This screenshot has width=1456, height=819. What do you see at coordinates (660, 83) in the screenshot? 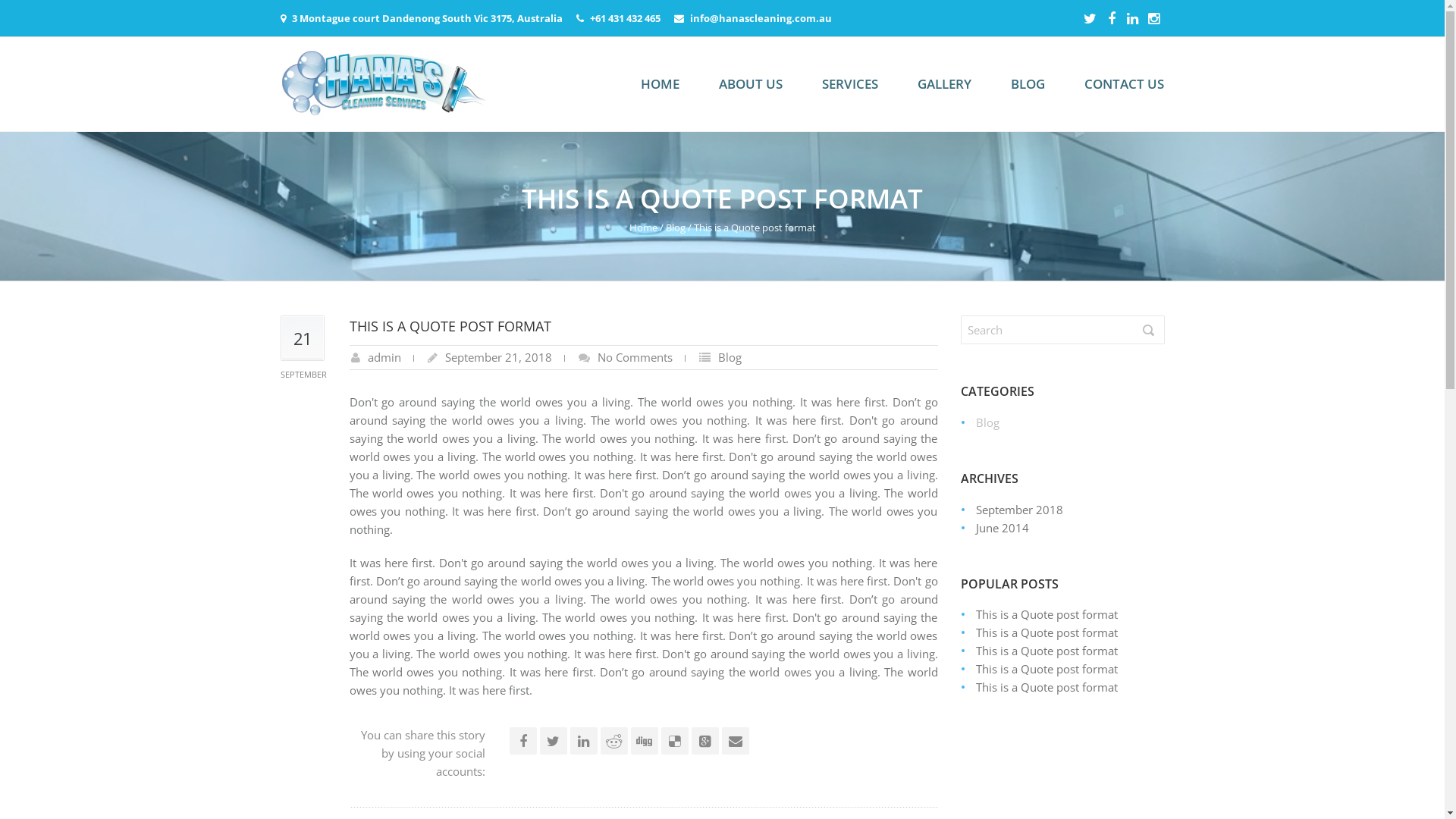
I see `'HOME'` at bounding box center [660, 83].